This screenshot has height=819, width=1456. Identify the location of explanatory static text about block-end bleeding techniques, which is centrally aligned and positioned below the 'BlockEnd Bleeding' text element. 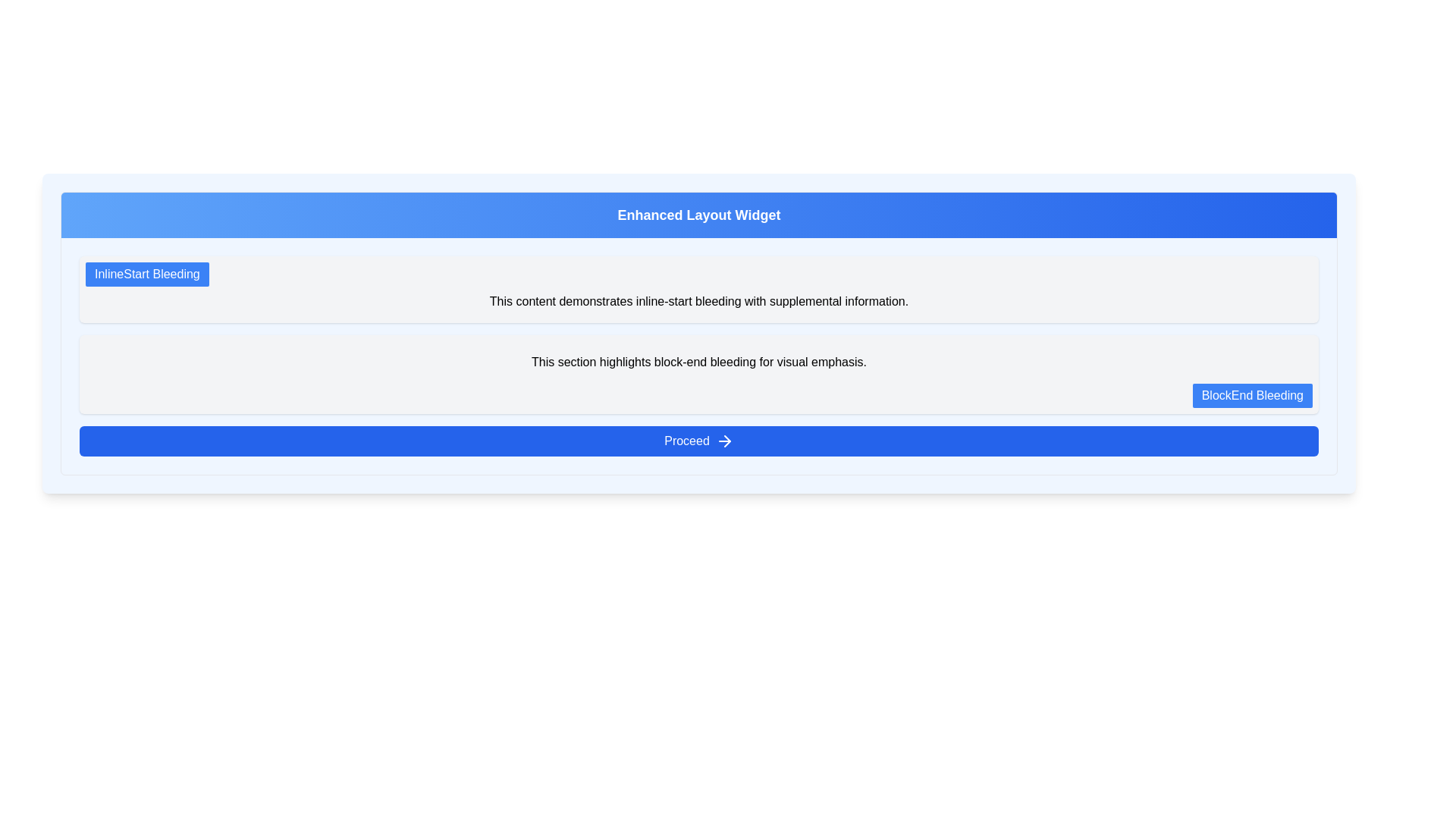
(698, 362).